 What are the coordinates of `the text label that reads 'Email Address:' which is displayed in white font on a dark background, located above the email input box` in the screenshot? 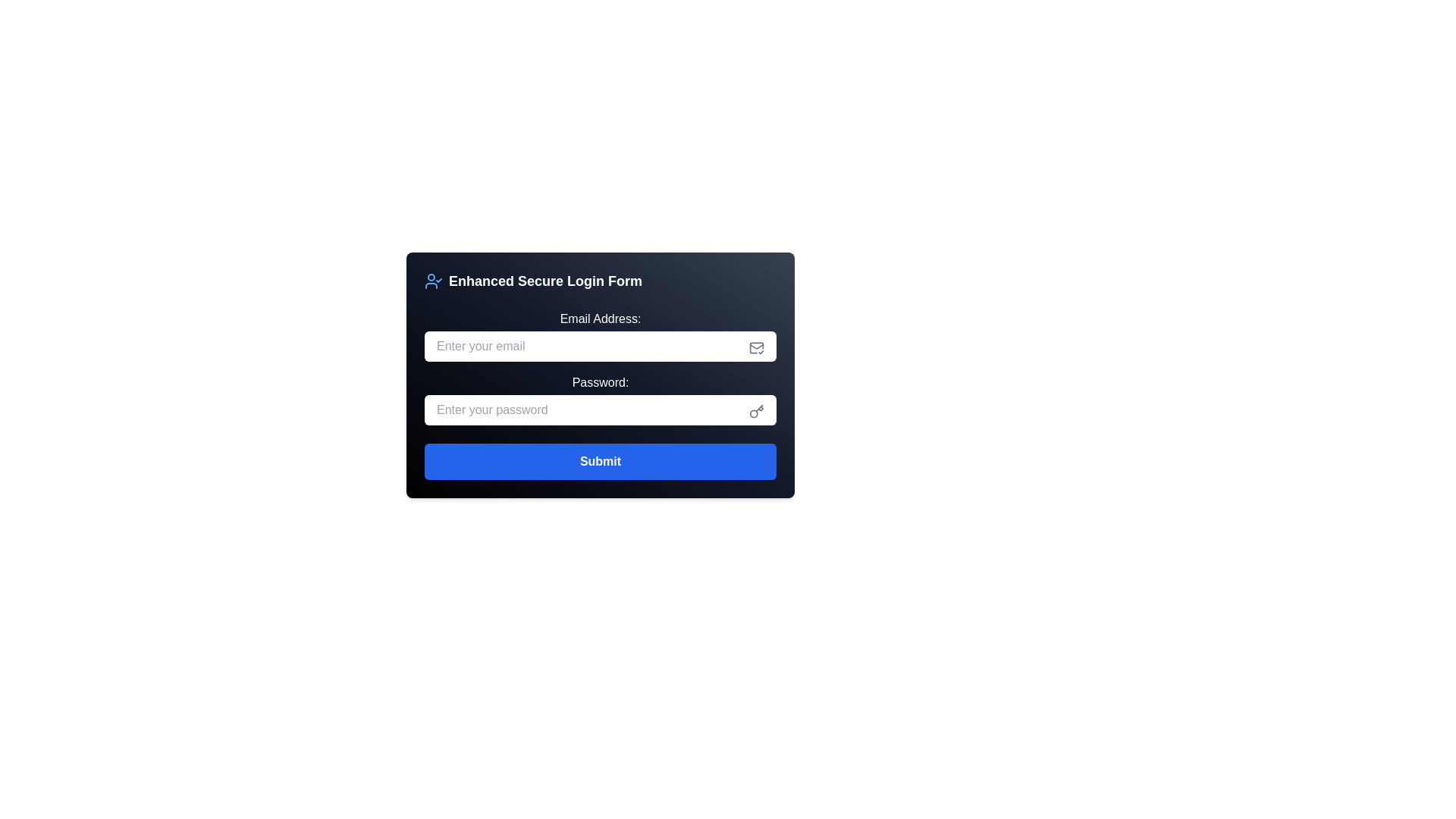 It's located at (600, 318).